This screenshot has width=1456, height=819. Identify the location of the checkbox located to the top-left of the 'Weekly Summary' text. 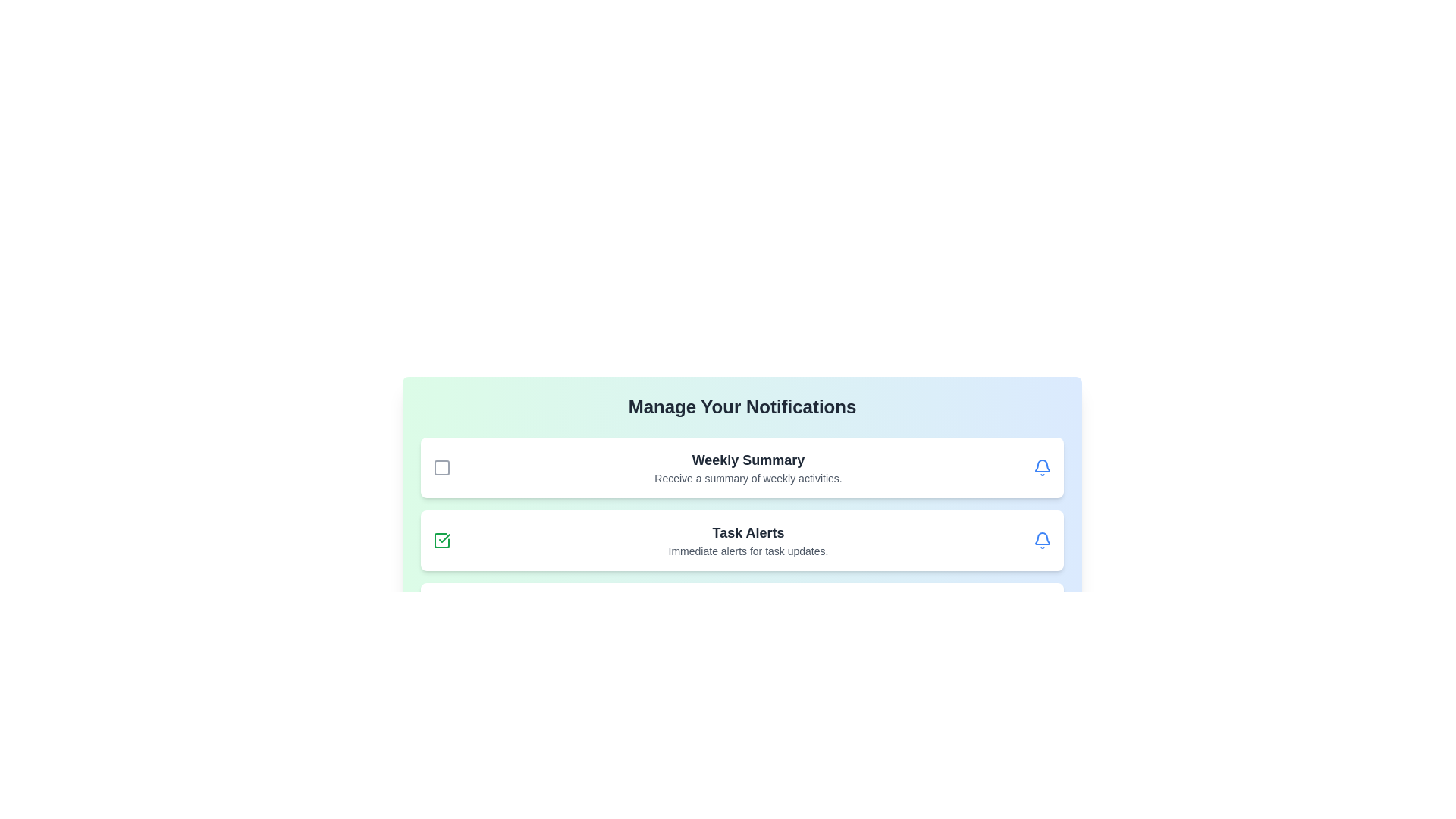
(441, 467).